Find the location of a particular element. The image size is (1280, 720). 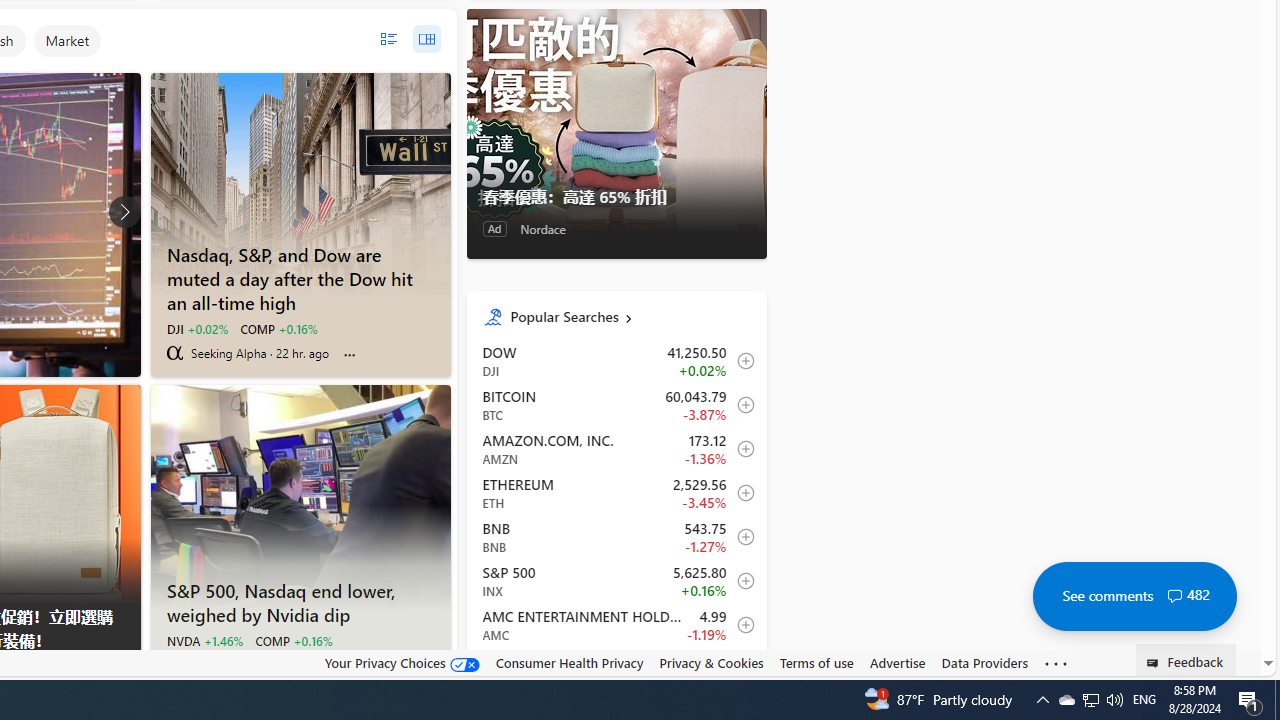

'Reuters' is located at coordinates (174, 664).